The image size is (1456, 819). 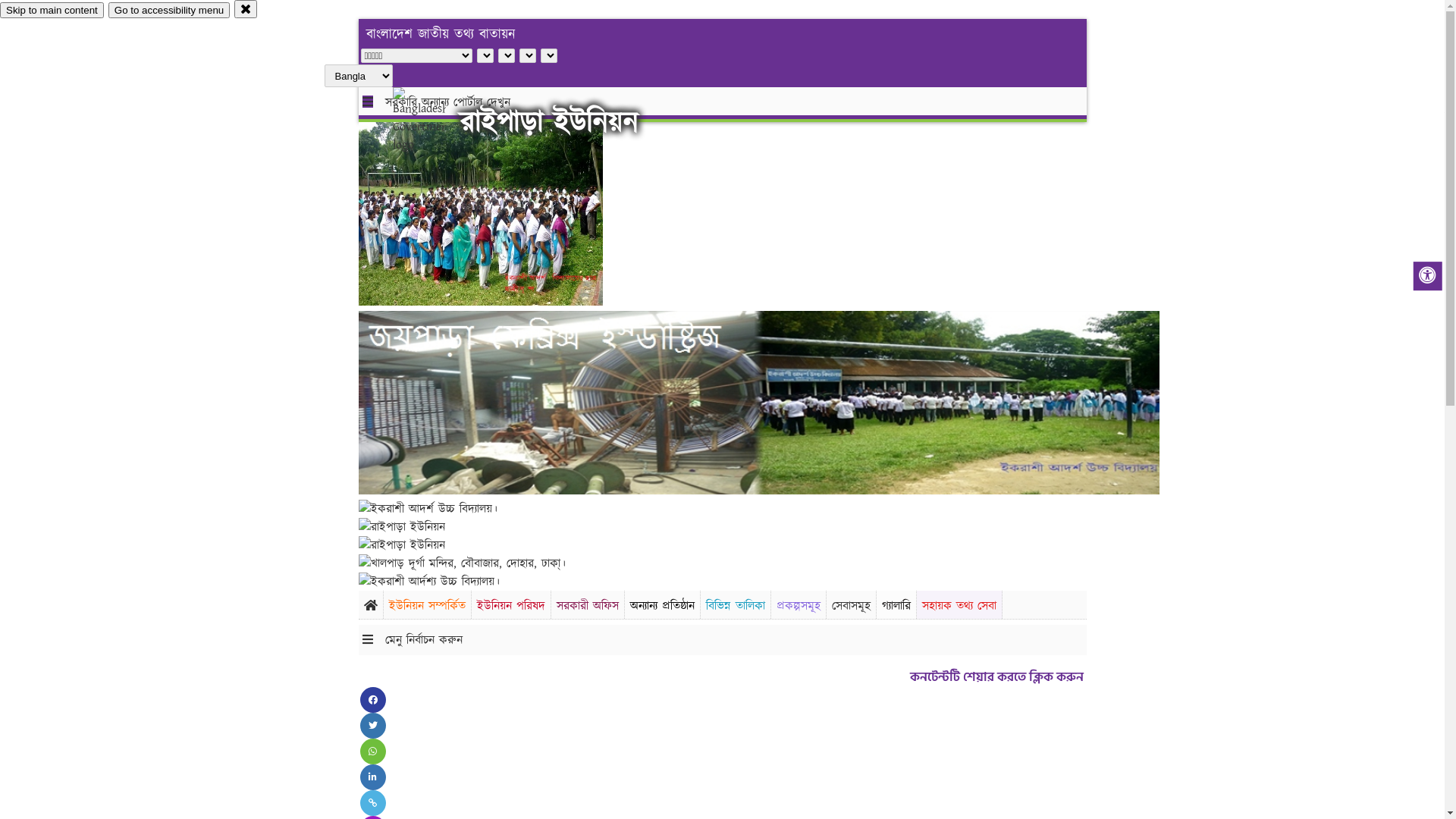 What do you see at coordinates (246, 8) in the screenshot?
I see `'close'` at bounding box center [246, 8].